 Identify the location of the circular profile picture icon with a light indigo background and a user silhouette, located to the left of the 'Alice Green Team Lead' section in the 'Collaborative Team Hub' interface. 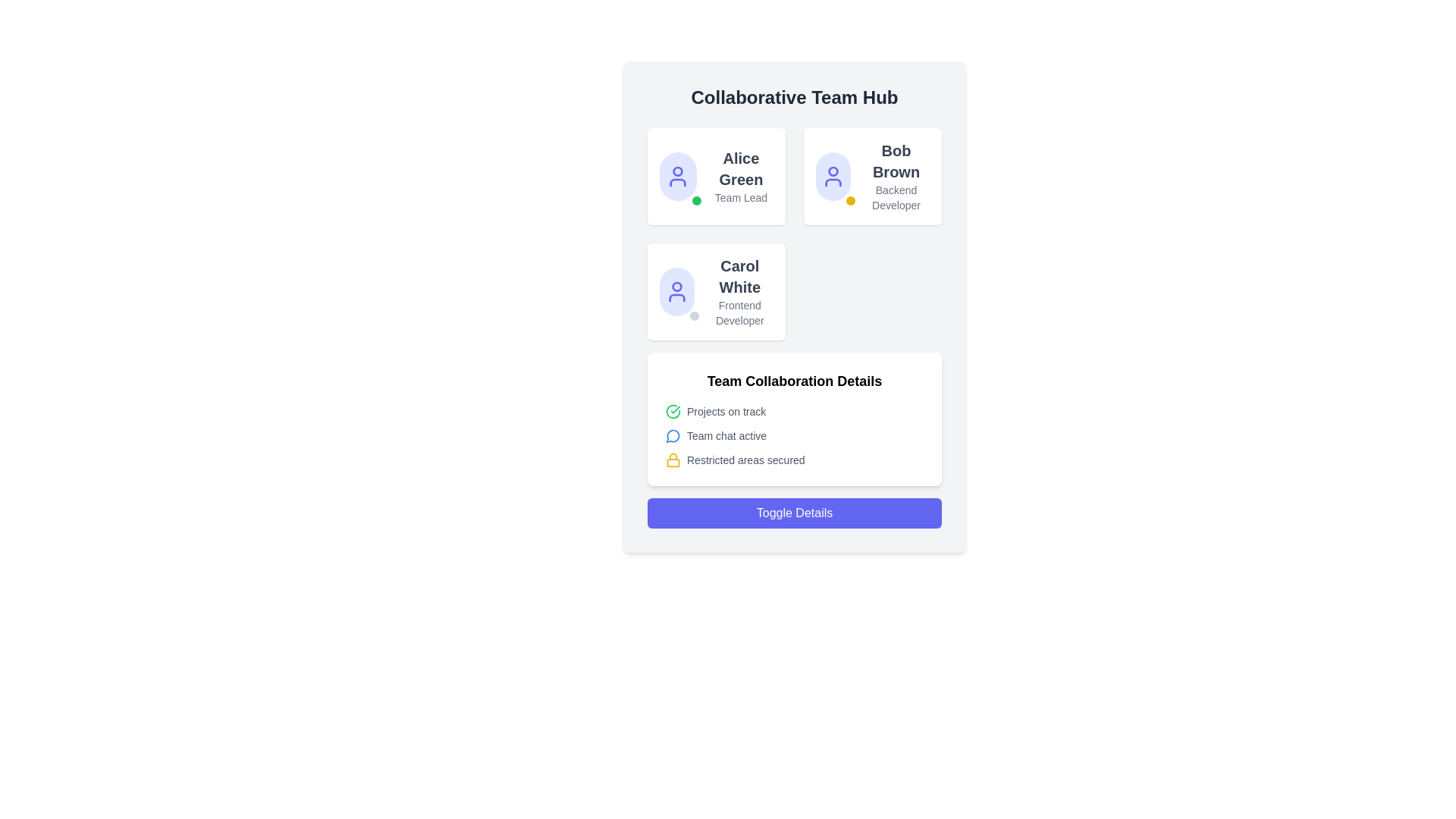
(677, 175).